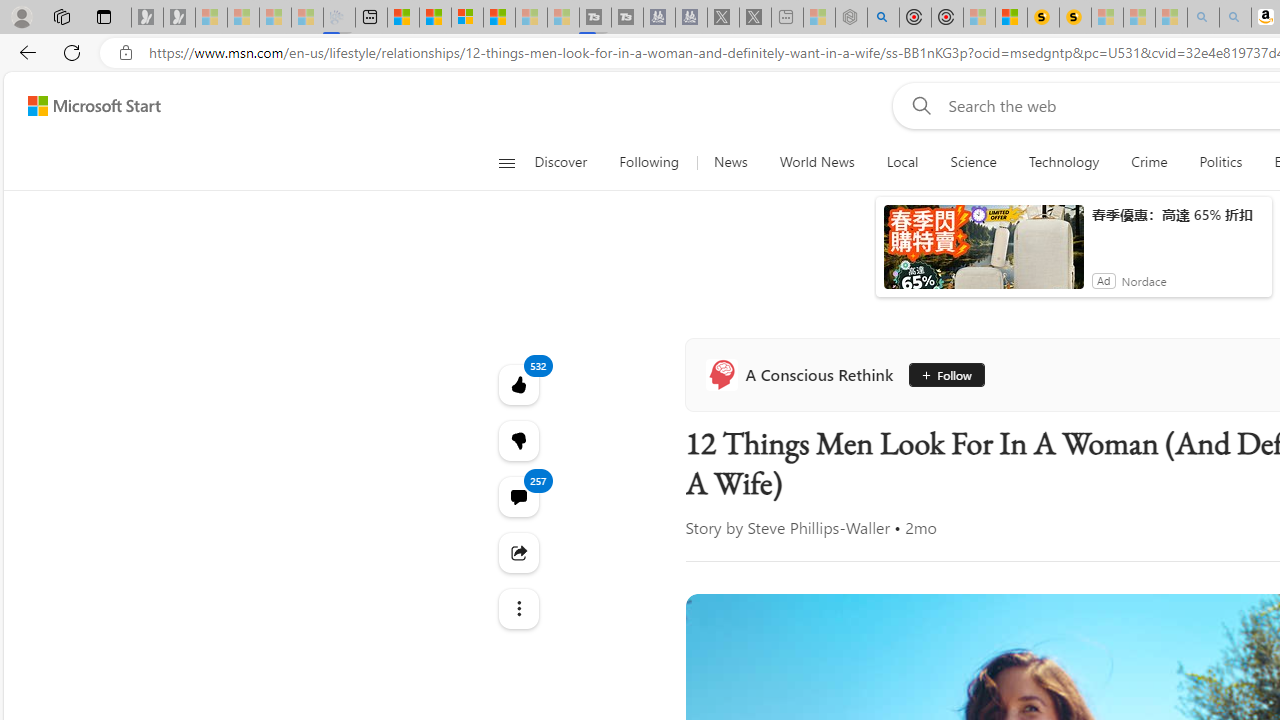 The height and width of the screenshot is (720, 1280). What do you see at coordinates (1220, 162) in the screenshot?
I see `'Politics'` at bounding box center [1220, 162].